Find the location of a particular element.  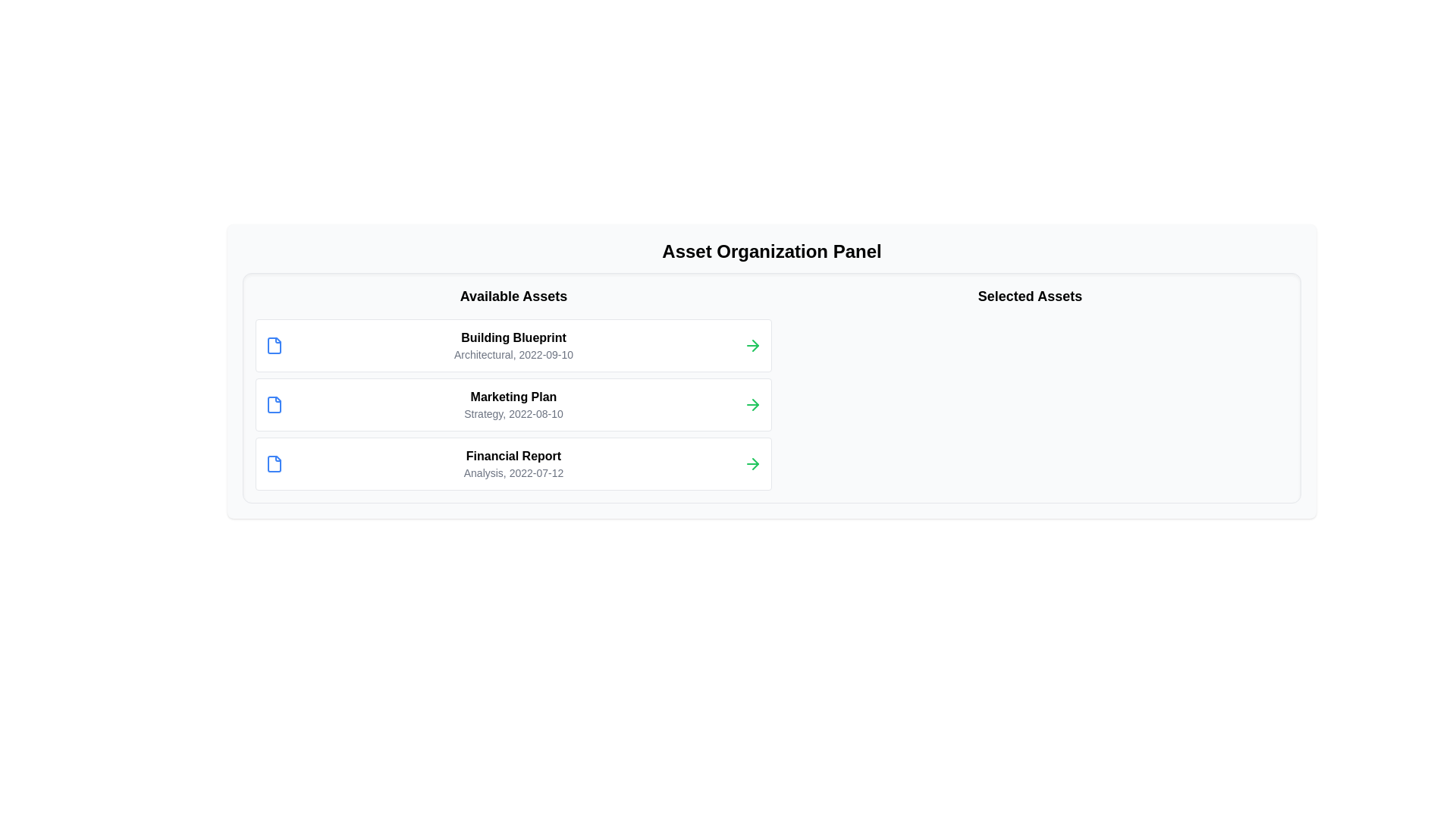

the asset file icon located in the first asset card under the 'Available Assets' section, positioned to the far left of the card, adjacent to the asset details text is located at coordinates (274, 345).